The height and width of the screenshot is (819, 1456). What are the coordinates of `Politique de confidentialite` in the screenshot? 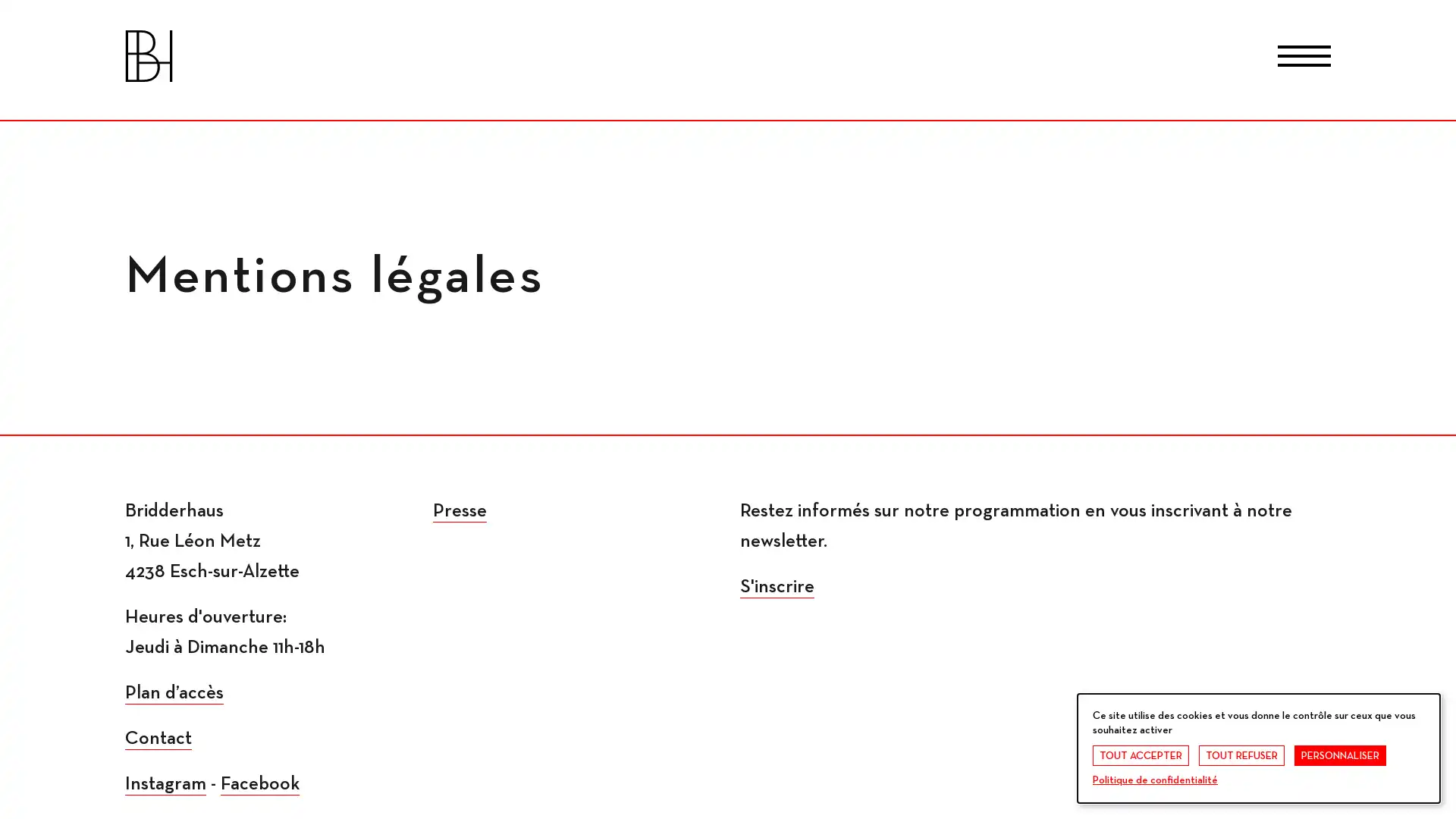 It's located at (1154, 780).